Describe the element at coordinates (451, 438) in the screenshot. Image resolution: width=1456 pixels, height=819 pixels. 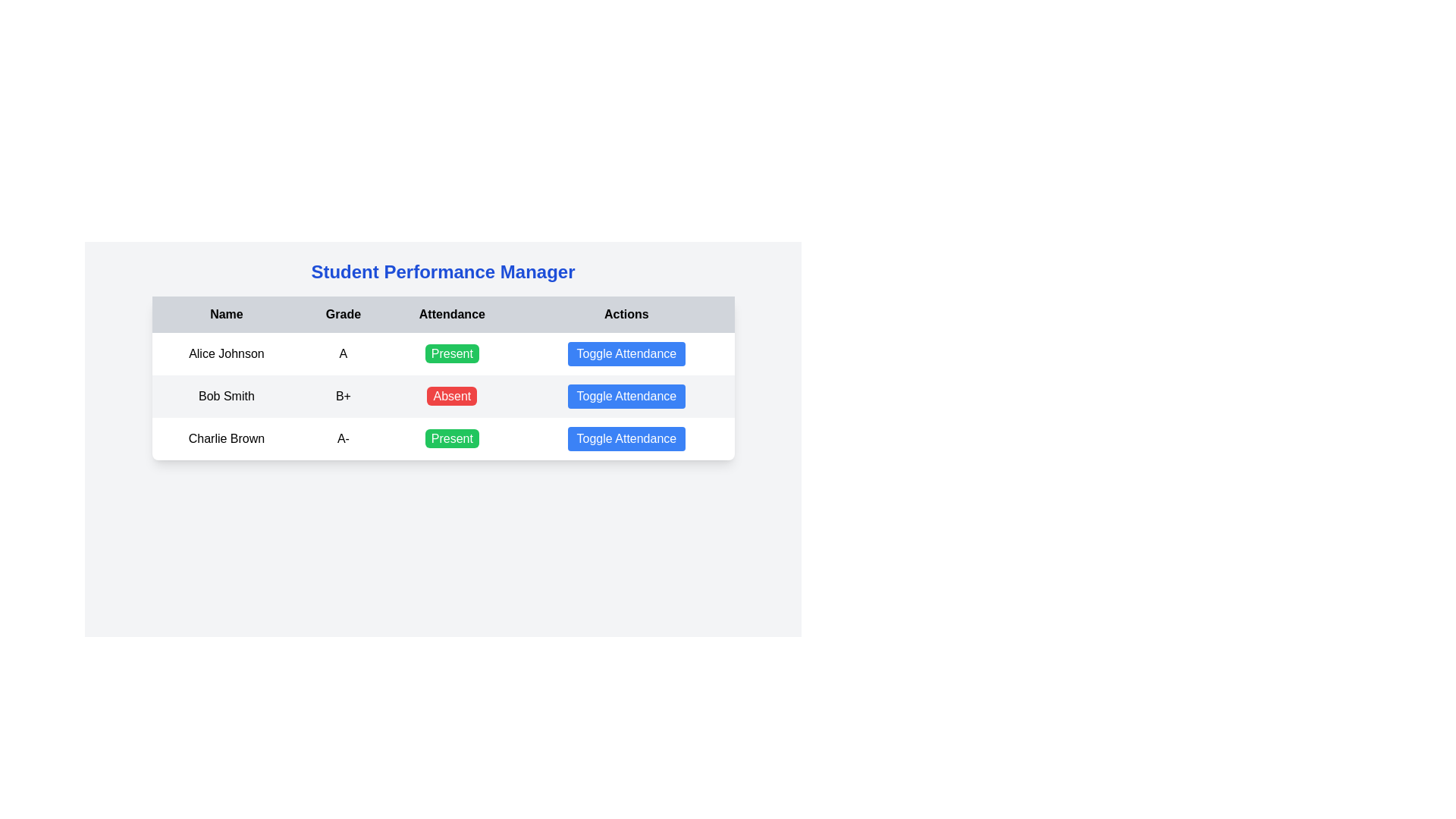
I see `the green rectangle label that displays the text 'Present', located in the third row of the attendance column for 'Charlie Brown'` at that location.